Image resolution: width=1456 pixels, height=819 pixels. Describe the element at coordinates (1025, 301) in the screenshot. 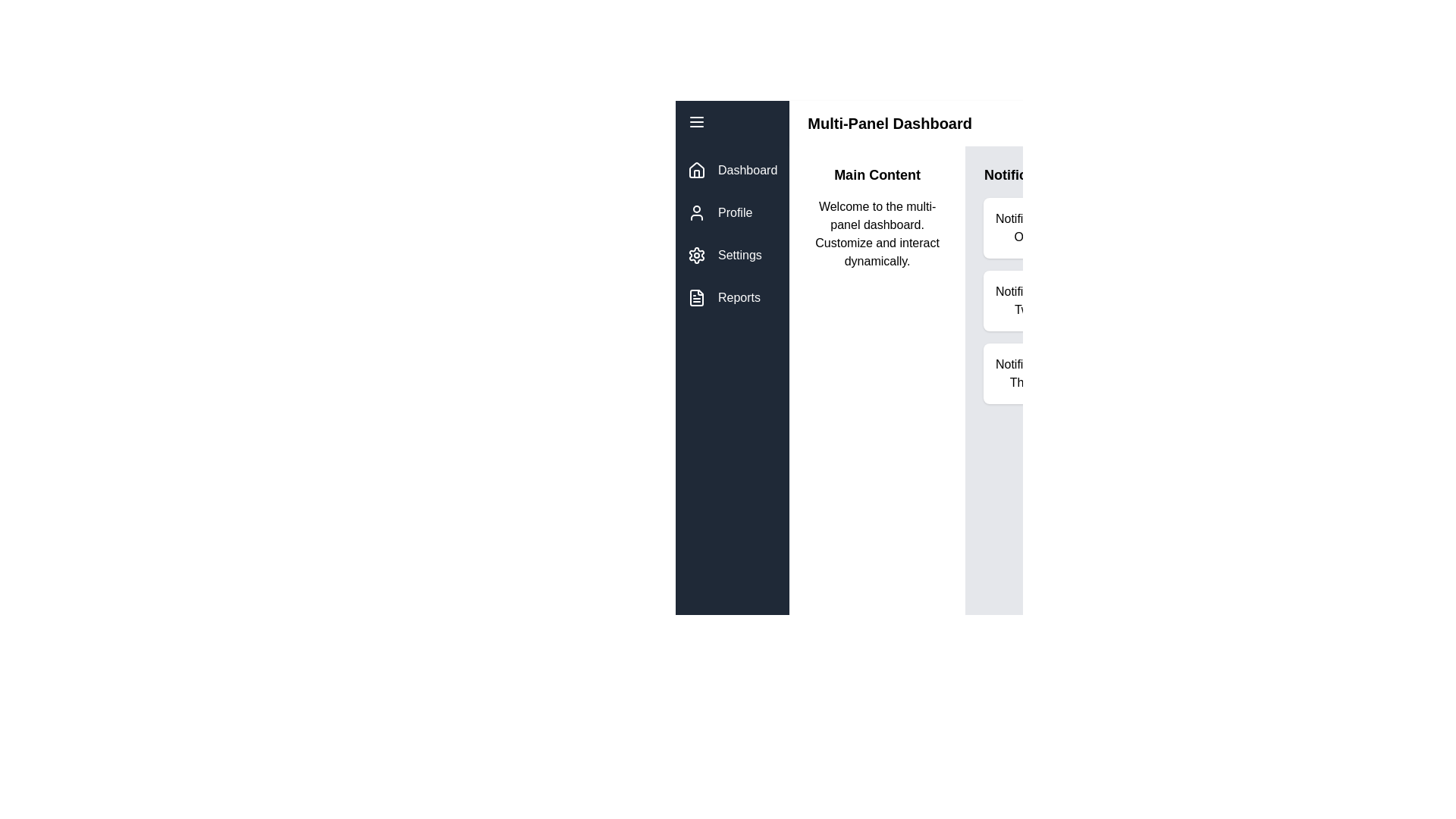

I see `the second notification card labeled 'Notification Two'` at that location.